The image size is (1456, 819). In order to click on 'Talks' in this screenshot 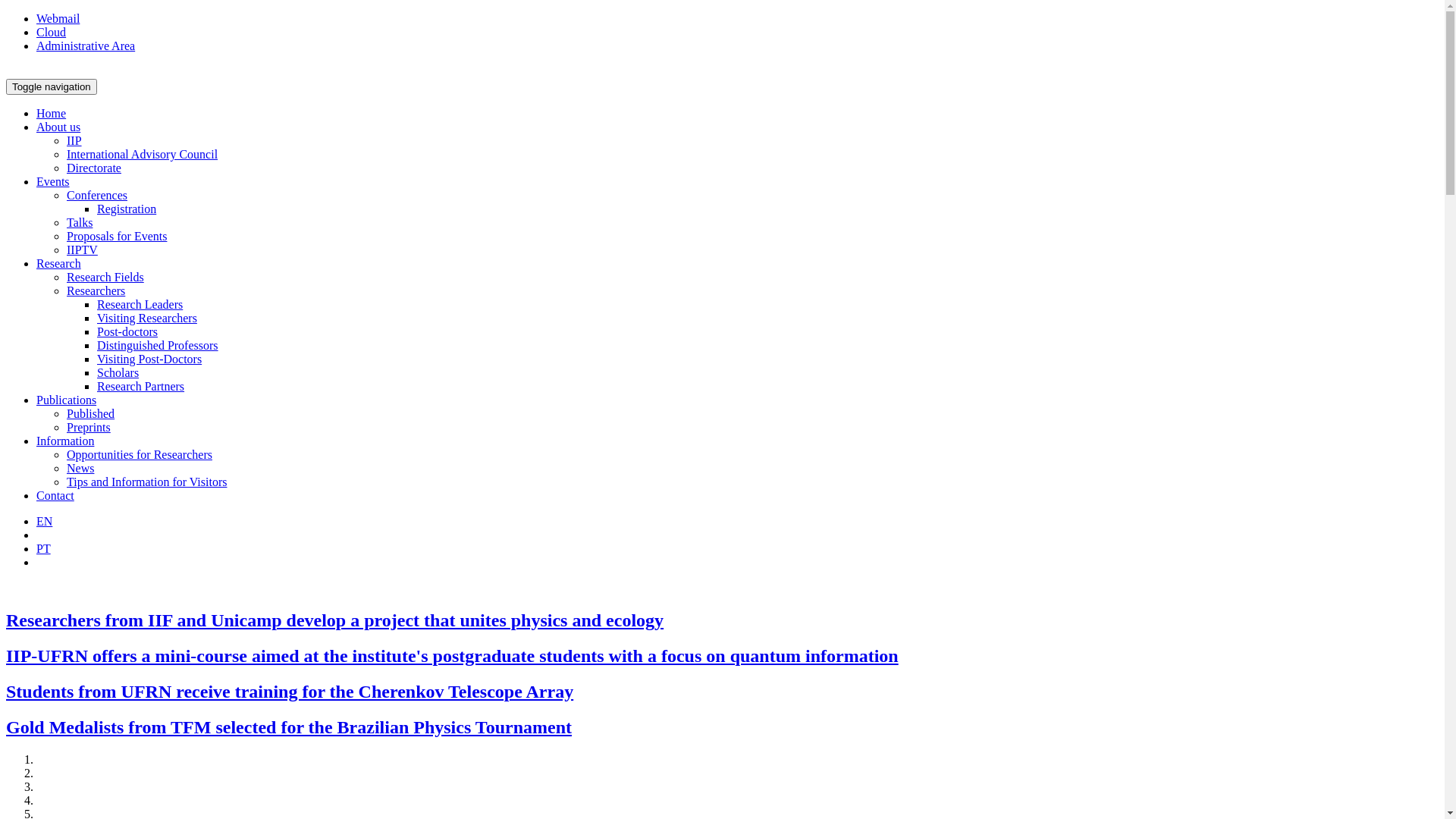, I will do `click(79, 222)`.